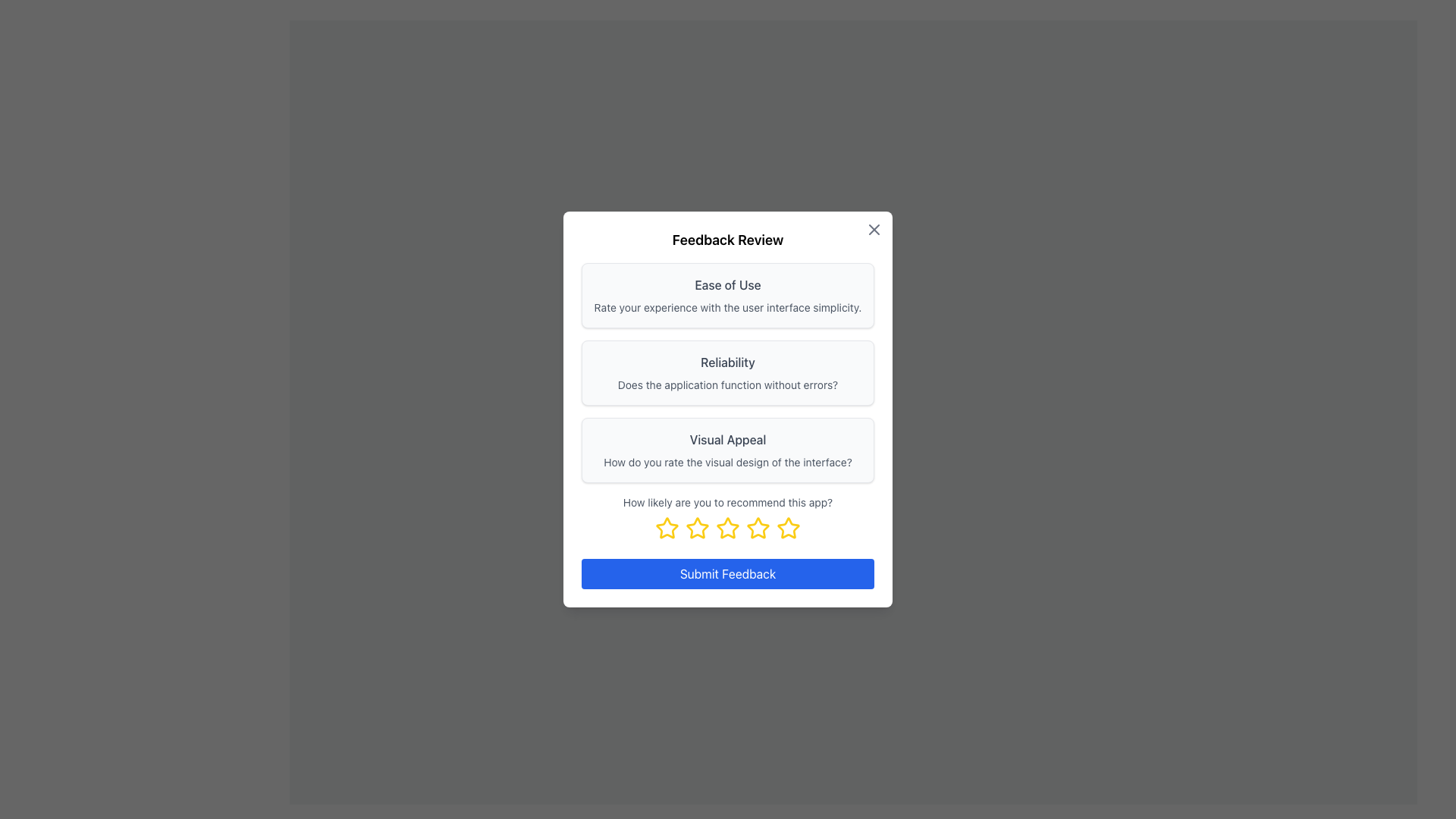 The image size is (1456, 819). I want to click on the Static Section element with a light gray background and rounded edges, which contains the bold headline 'Reliability' and the descriptive text 'Does the application function without errors?'. This element is the second group in a vertical list under the 'Ease of Use' section, so click(728, 373).